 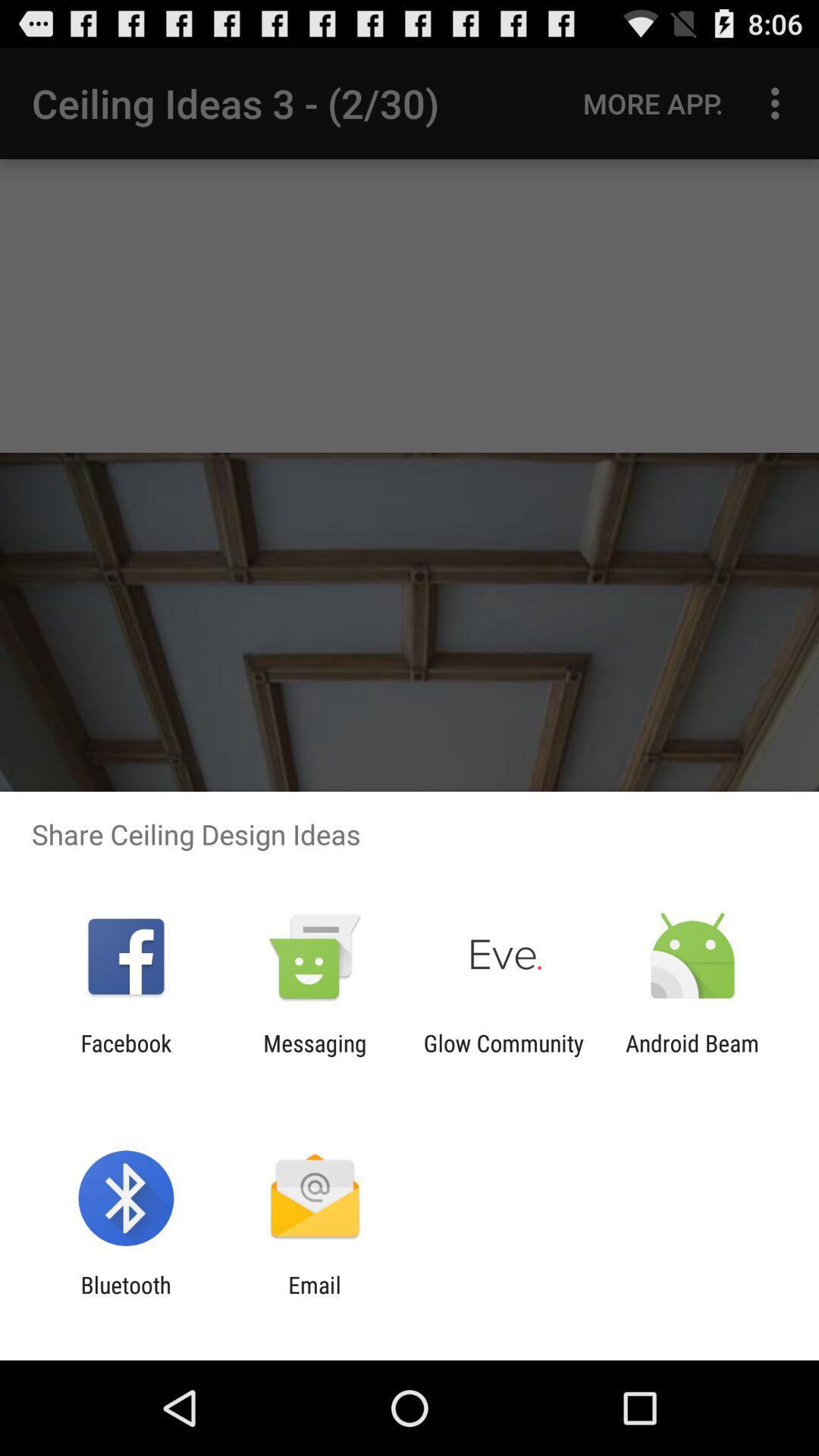 What do you see at coordinates (314, 1056) in the screenshot?
I see `item next to glow community item` at bounding box center [314, 1056].